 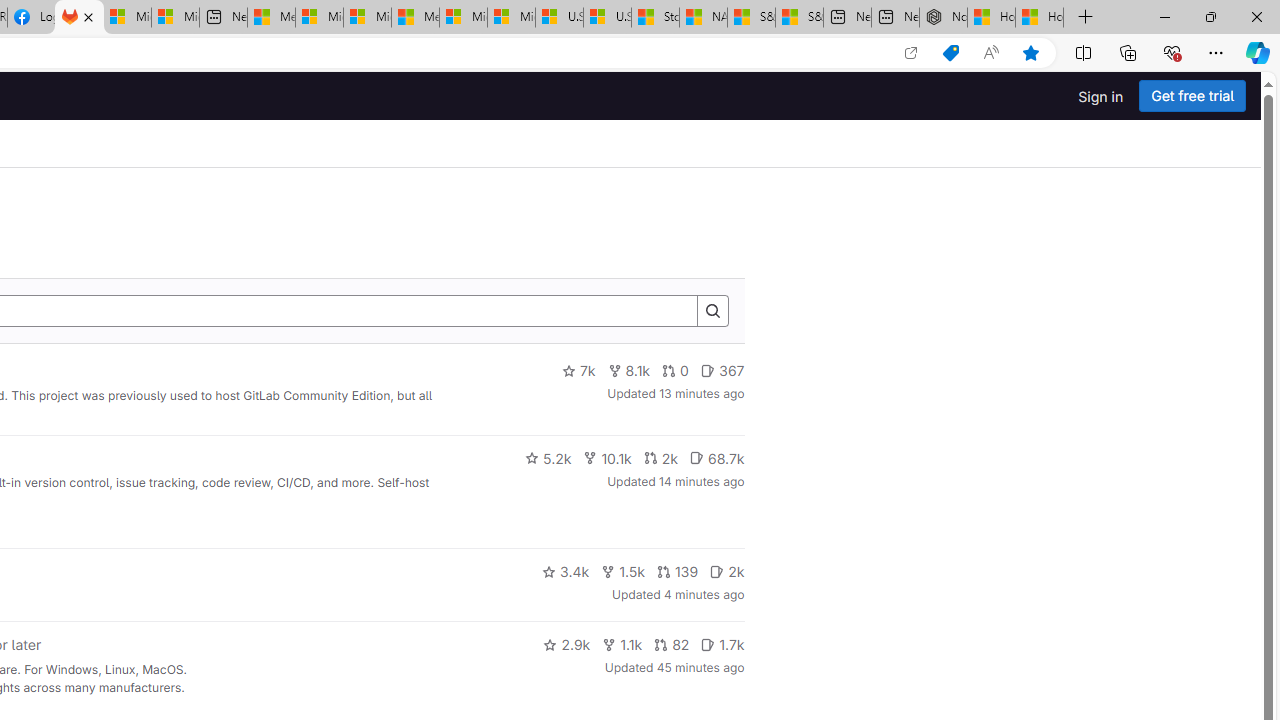 I want to click on 'Get free trial', so click(x=1192, y=96).